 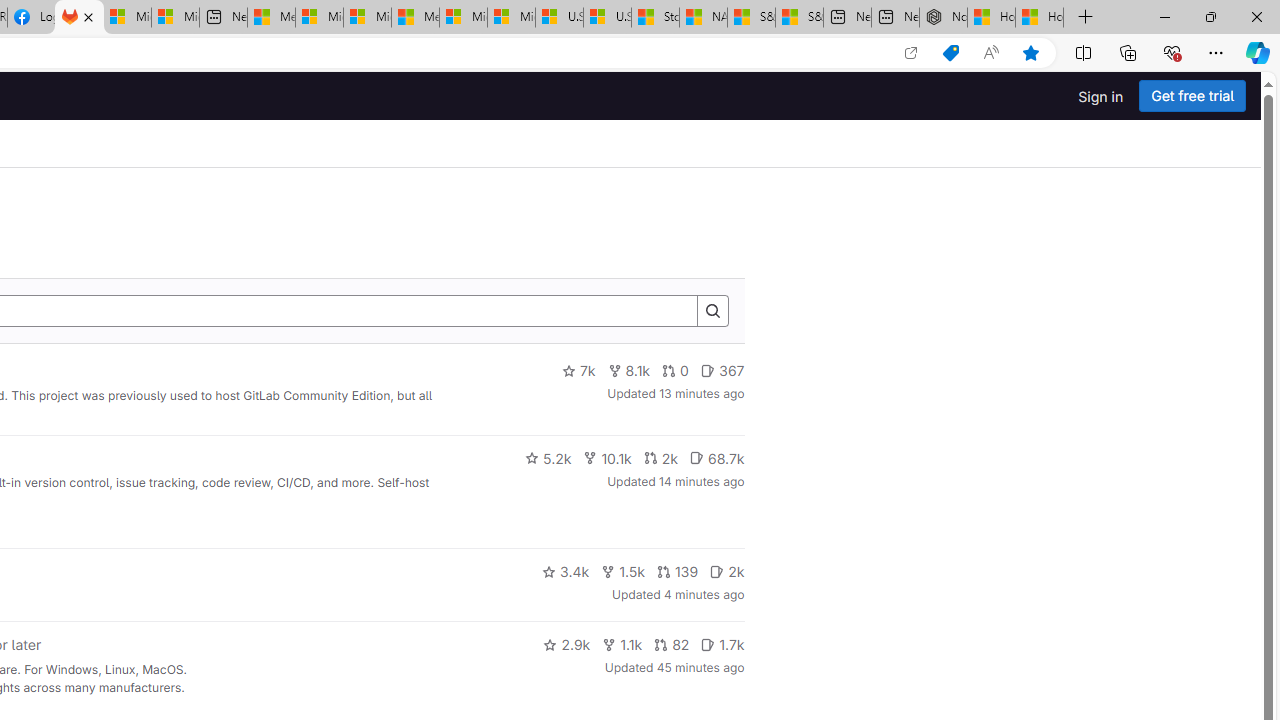 I want to click on 'Get free trial', so click(x=1192, y=96).